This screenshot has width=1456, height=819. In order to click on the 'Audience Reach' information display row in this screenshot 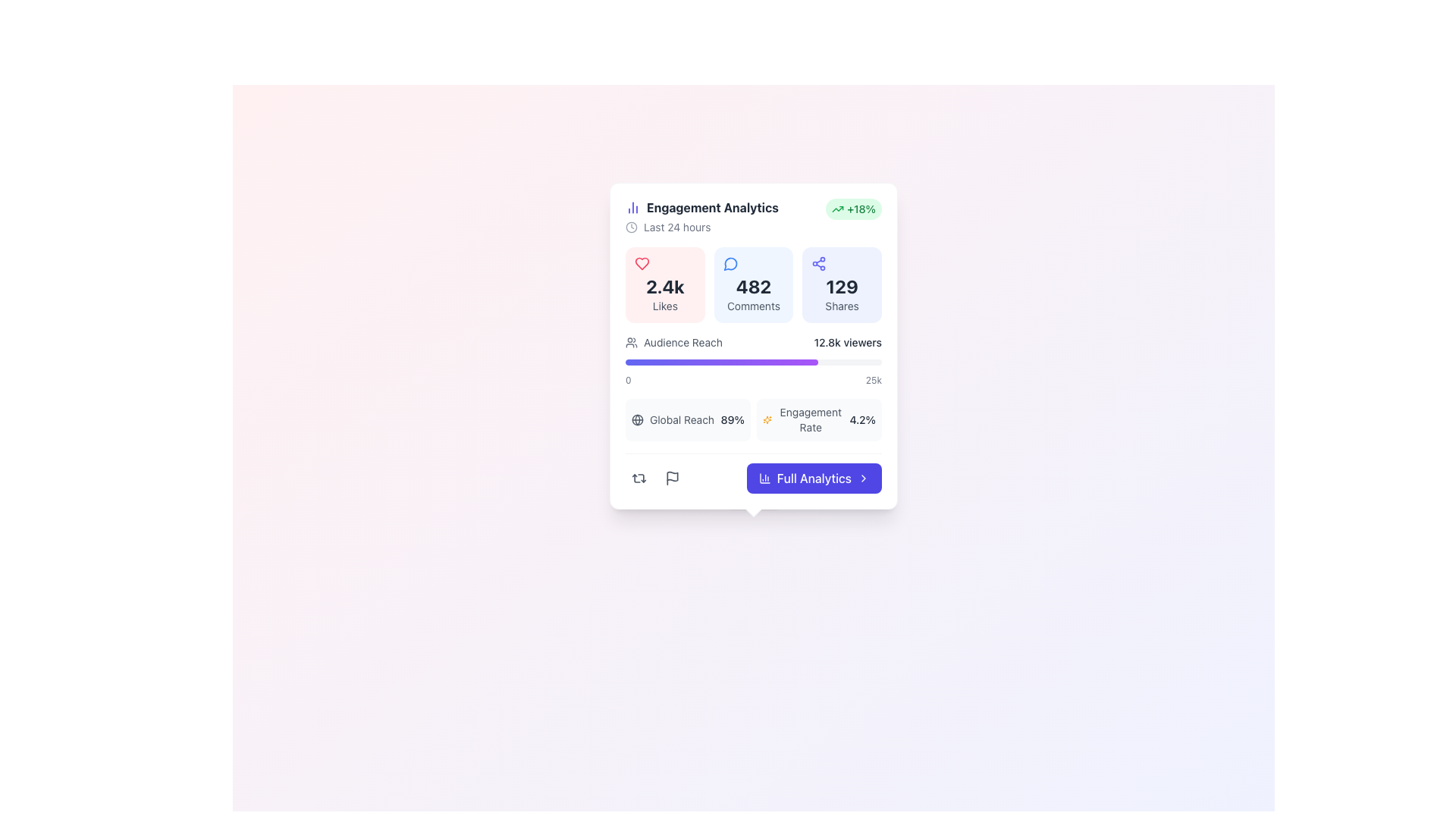, I will do `click(753, 342)`.